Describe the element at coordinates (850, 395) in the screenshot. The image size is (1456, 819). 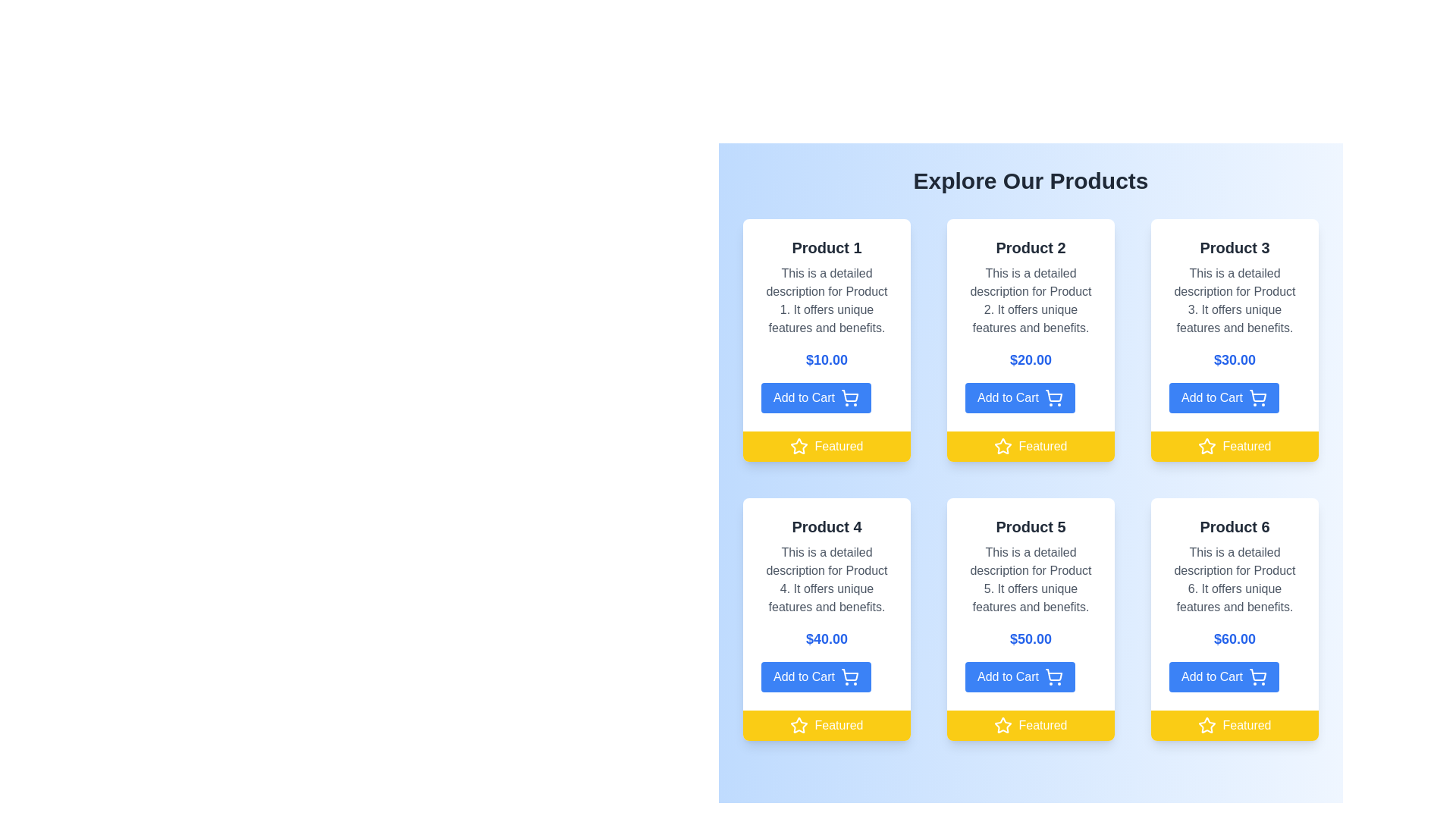
I see `the cart icon within the 'Add to Cart' button for 'Product 1', which is represented as a simplistic vector graphic with a thin stroke` at that location.